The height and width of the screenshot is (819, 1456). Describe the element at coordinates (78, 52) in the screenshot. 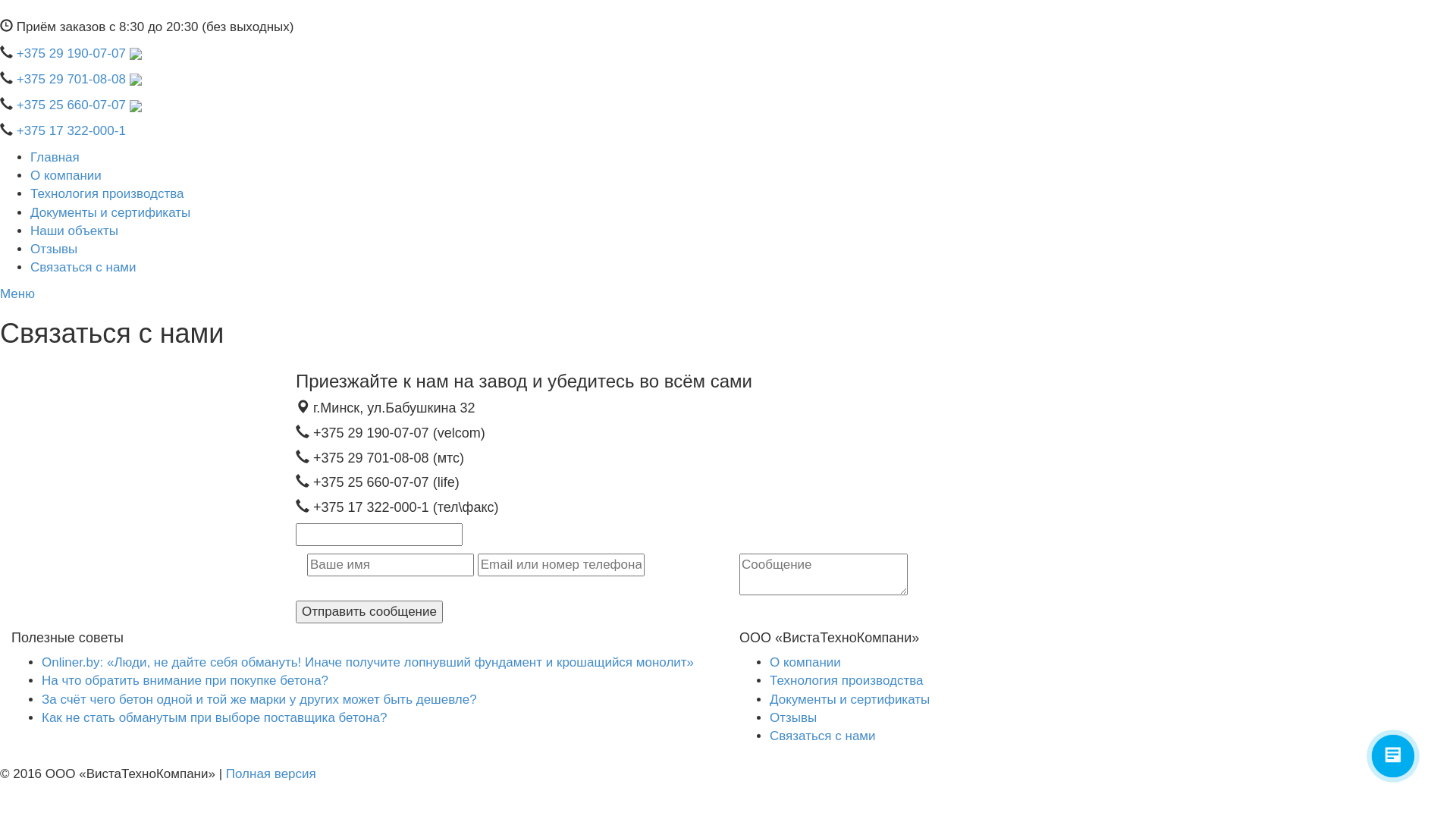

I see `'+375 29 190-07-07'` at that location.